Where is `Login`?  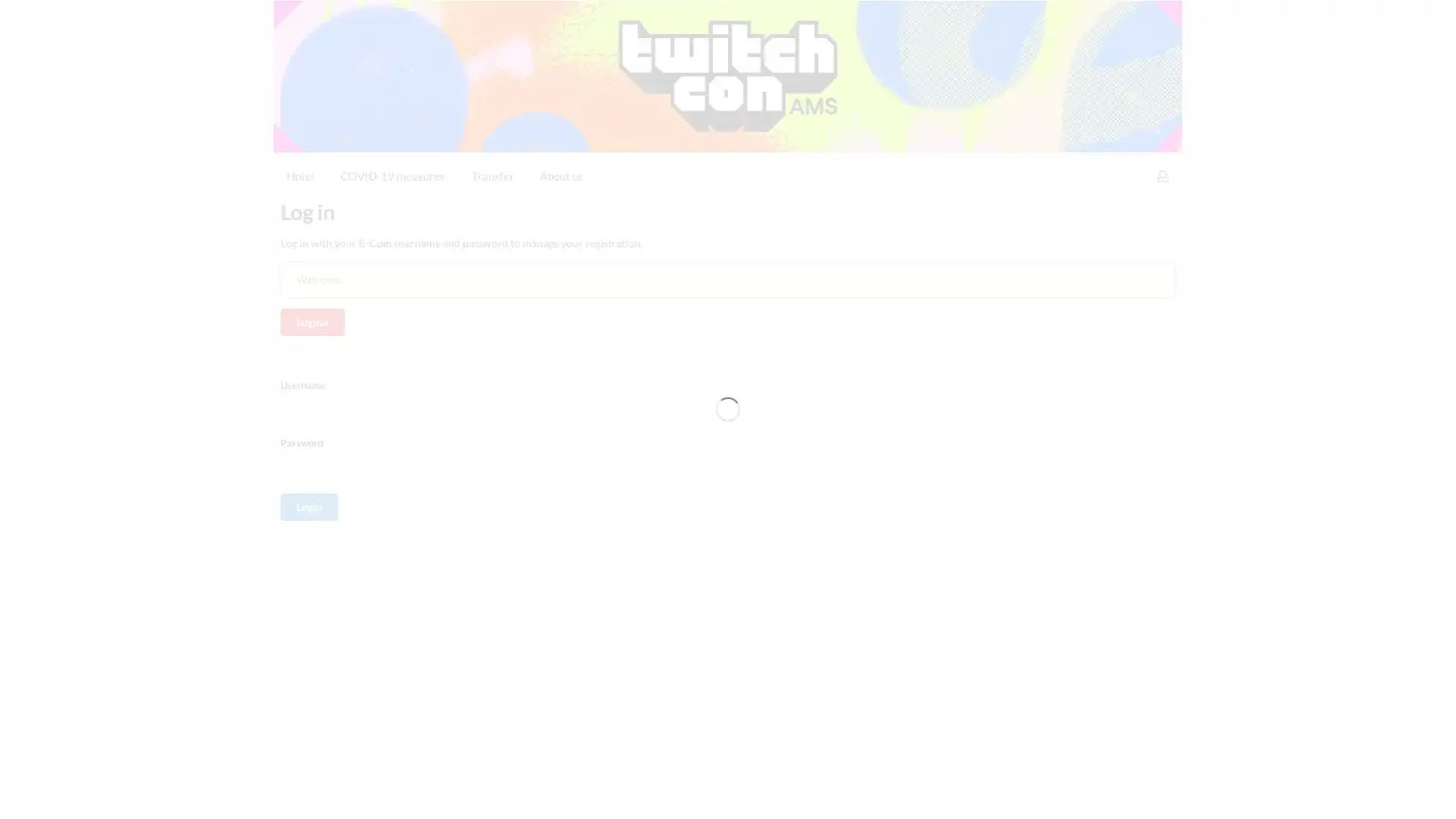
Login is located at coordinates (309, 390).